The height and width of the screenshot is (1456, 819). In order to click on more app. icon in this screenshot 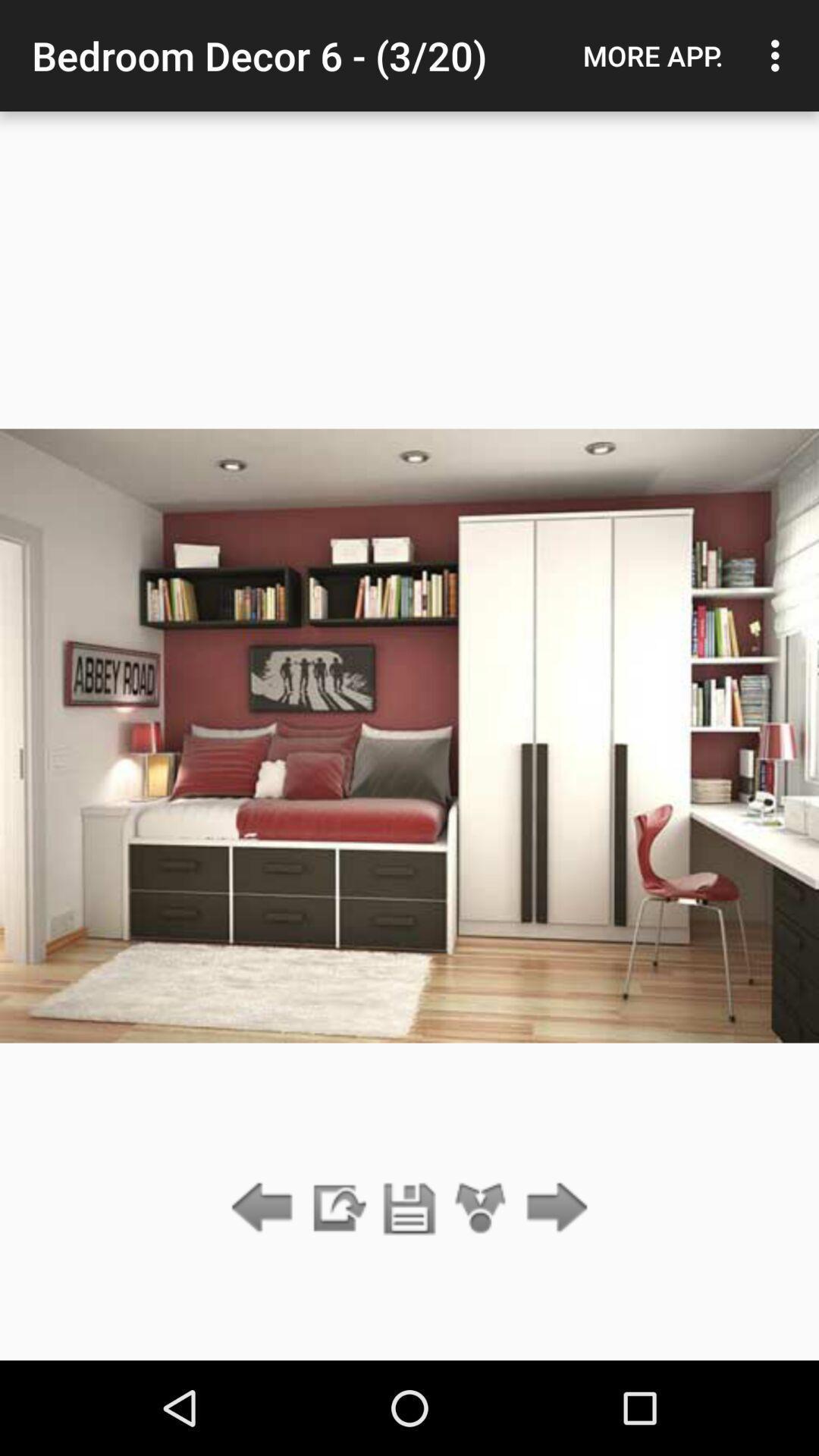, I will do `click(652, 55)`.